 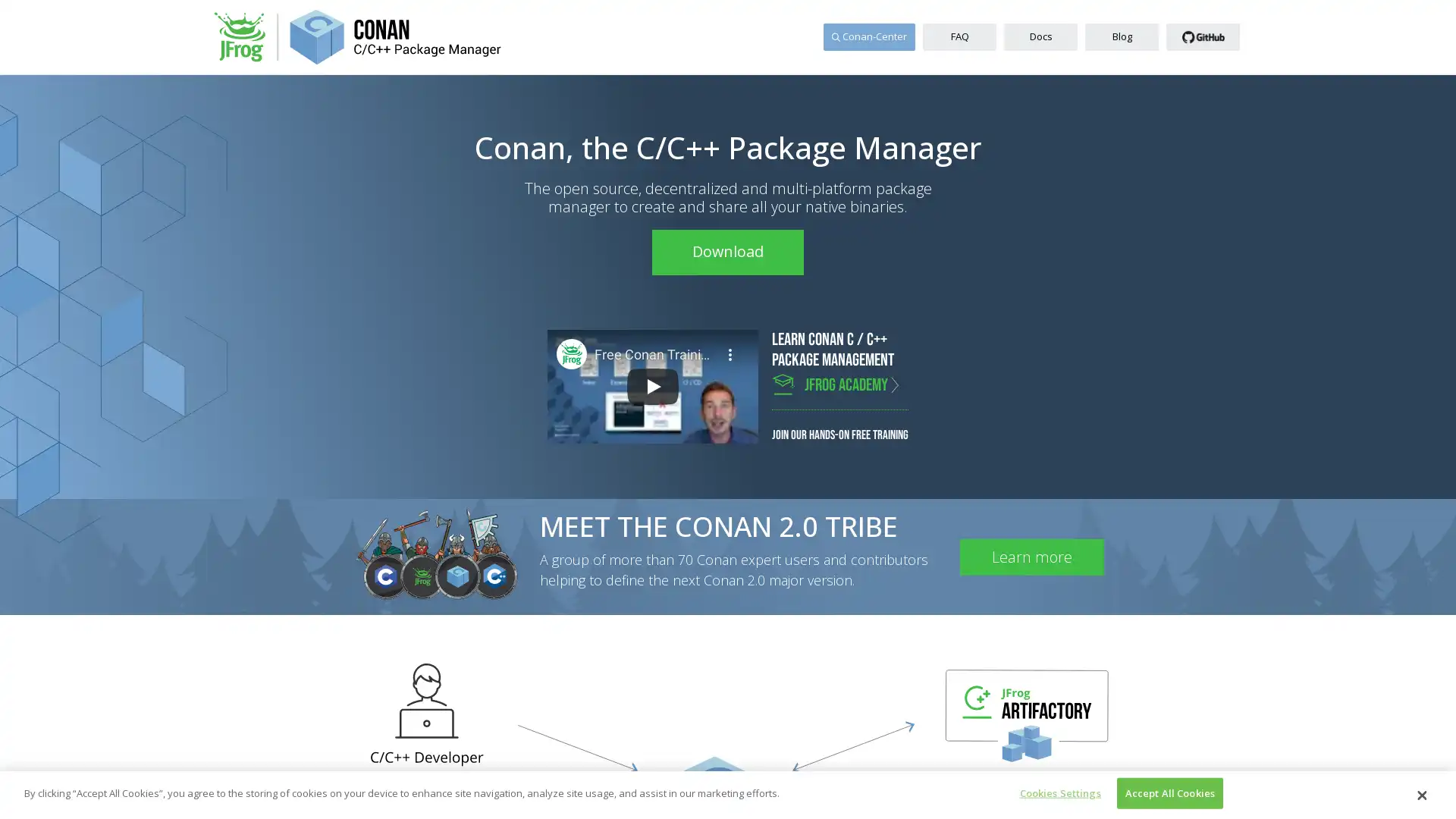 What do you see at coordinates (1420, 794) in the screenshot?
I see `Close` at bounding box center [1420, 794].